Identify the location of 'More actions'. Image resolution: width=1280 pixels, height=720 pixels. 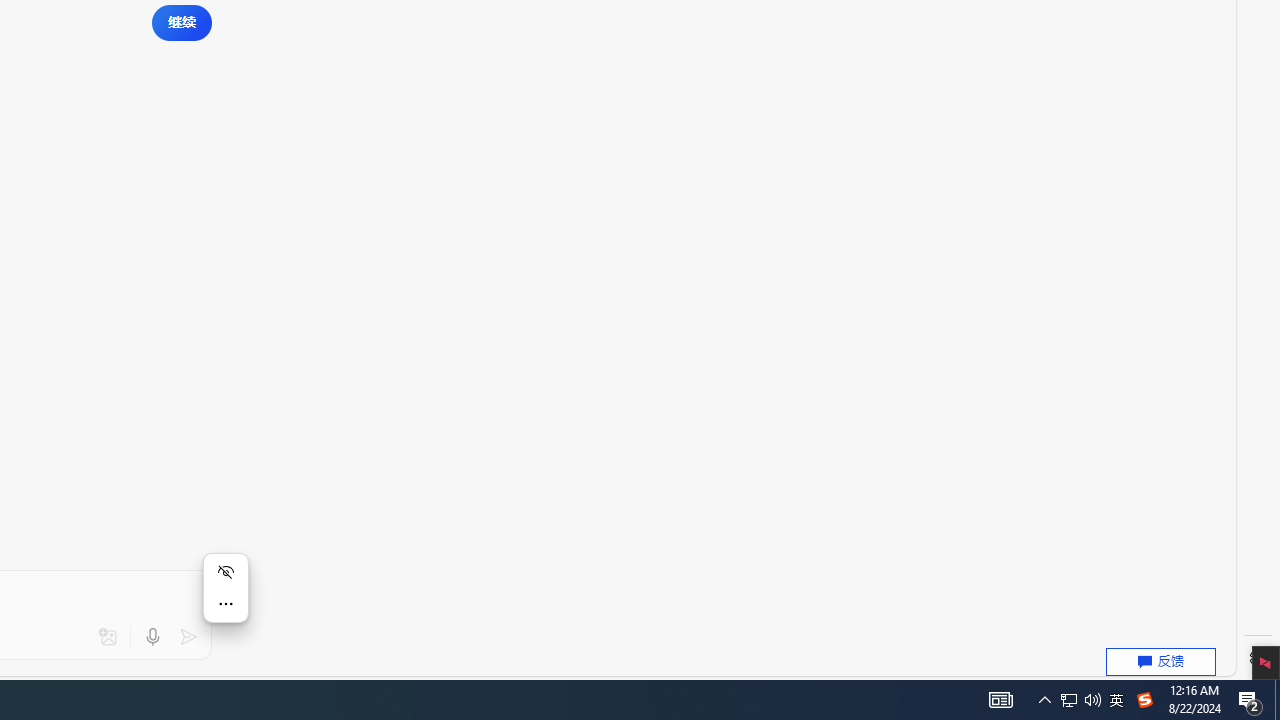
(225, 603).